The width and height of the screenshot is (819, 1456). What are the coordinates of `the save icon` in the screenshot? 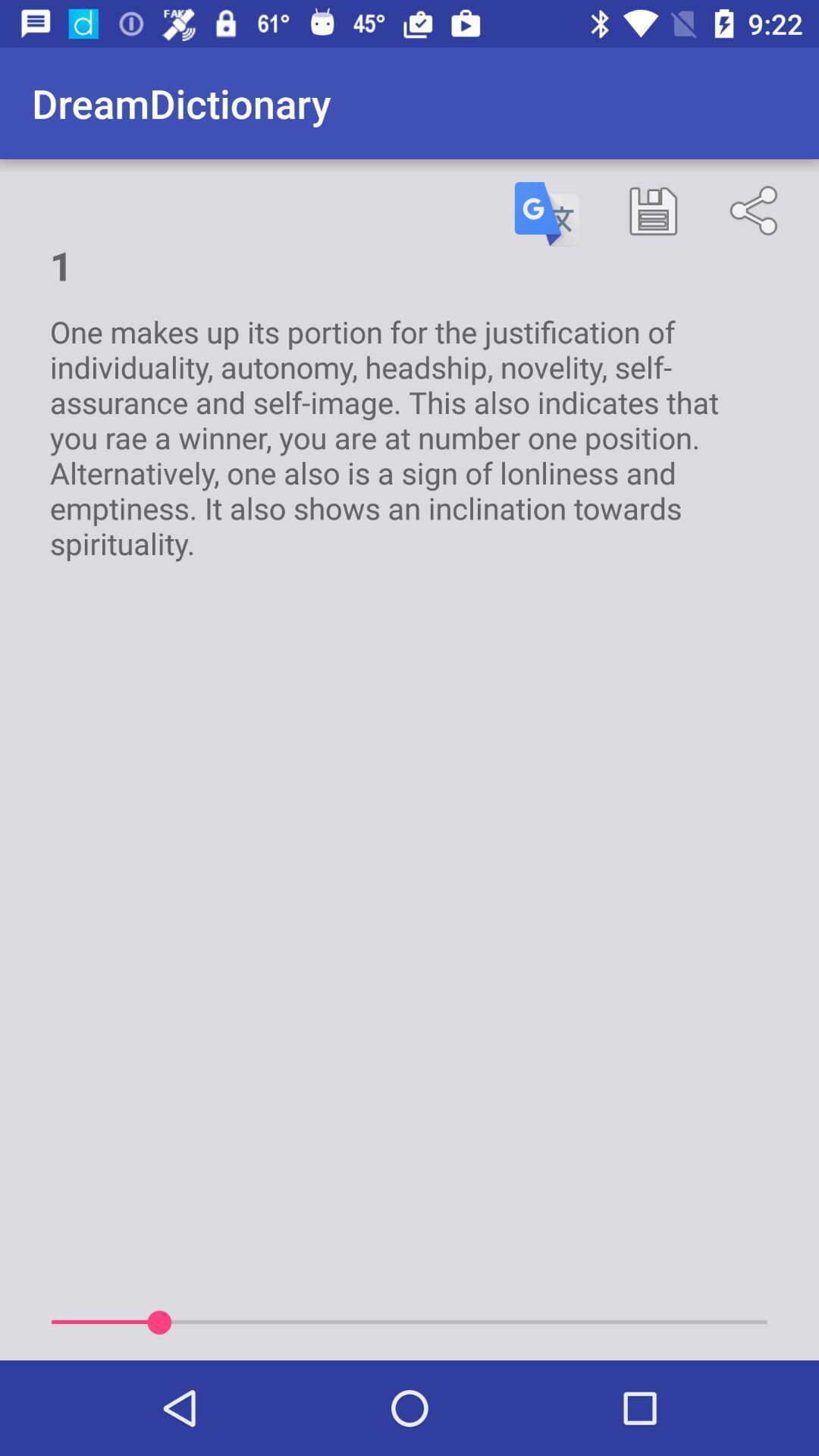 It's located at (652, 210).